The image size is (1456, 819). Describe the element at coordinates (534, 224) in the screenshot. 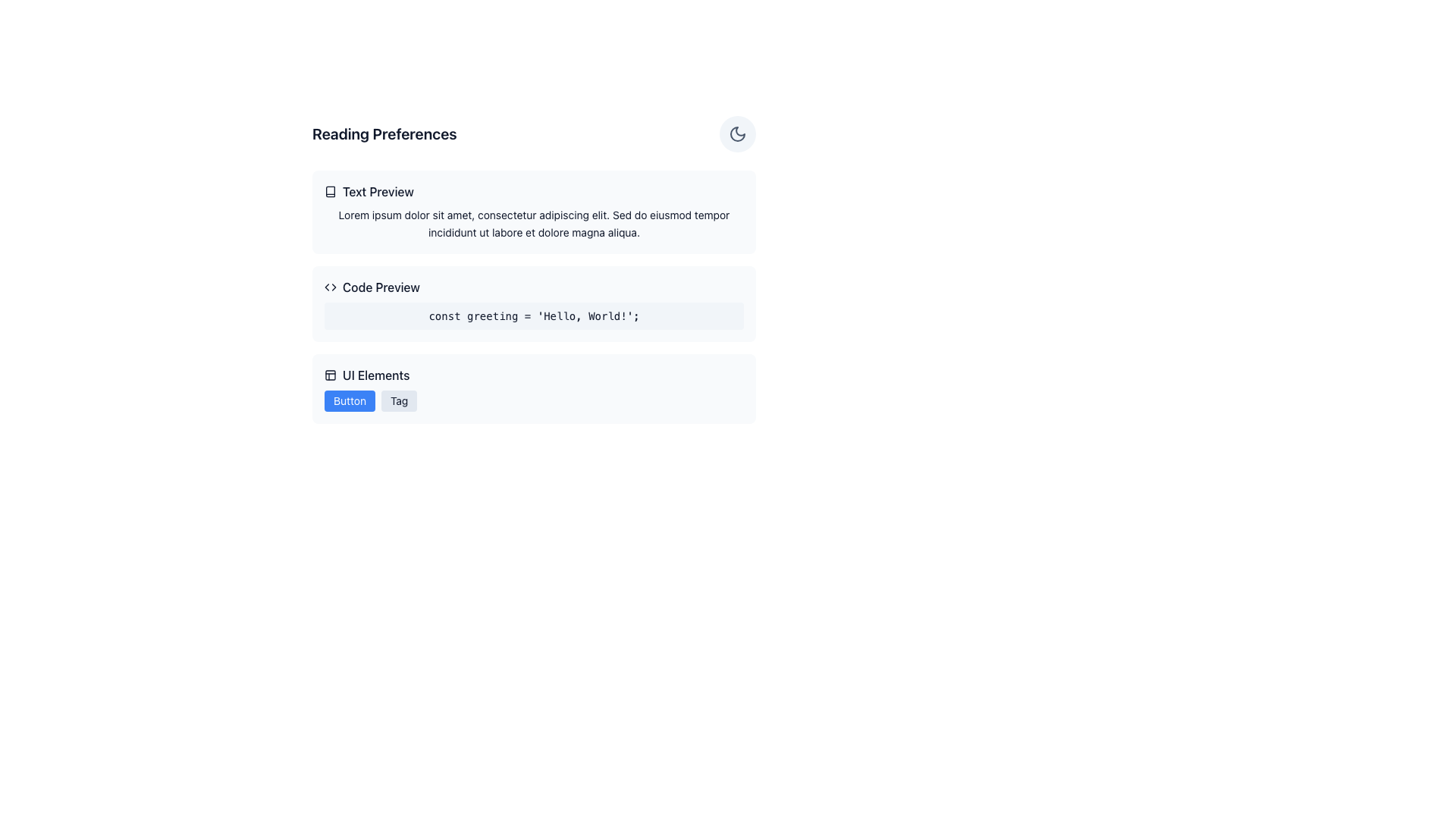

I see `the static text block displaying 'Lorem ipsum dolor sit amet, consectetur adipiscing elit. Sed do eiusmod tempor incididunt ut labore et dolore magna aliqua.' located below the heading 'Text Preview' within a light grey box` at that location.